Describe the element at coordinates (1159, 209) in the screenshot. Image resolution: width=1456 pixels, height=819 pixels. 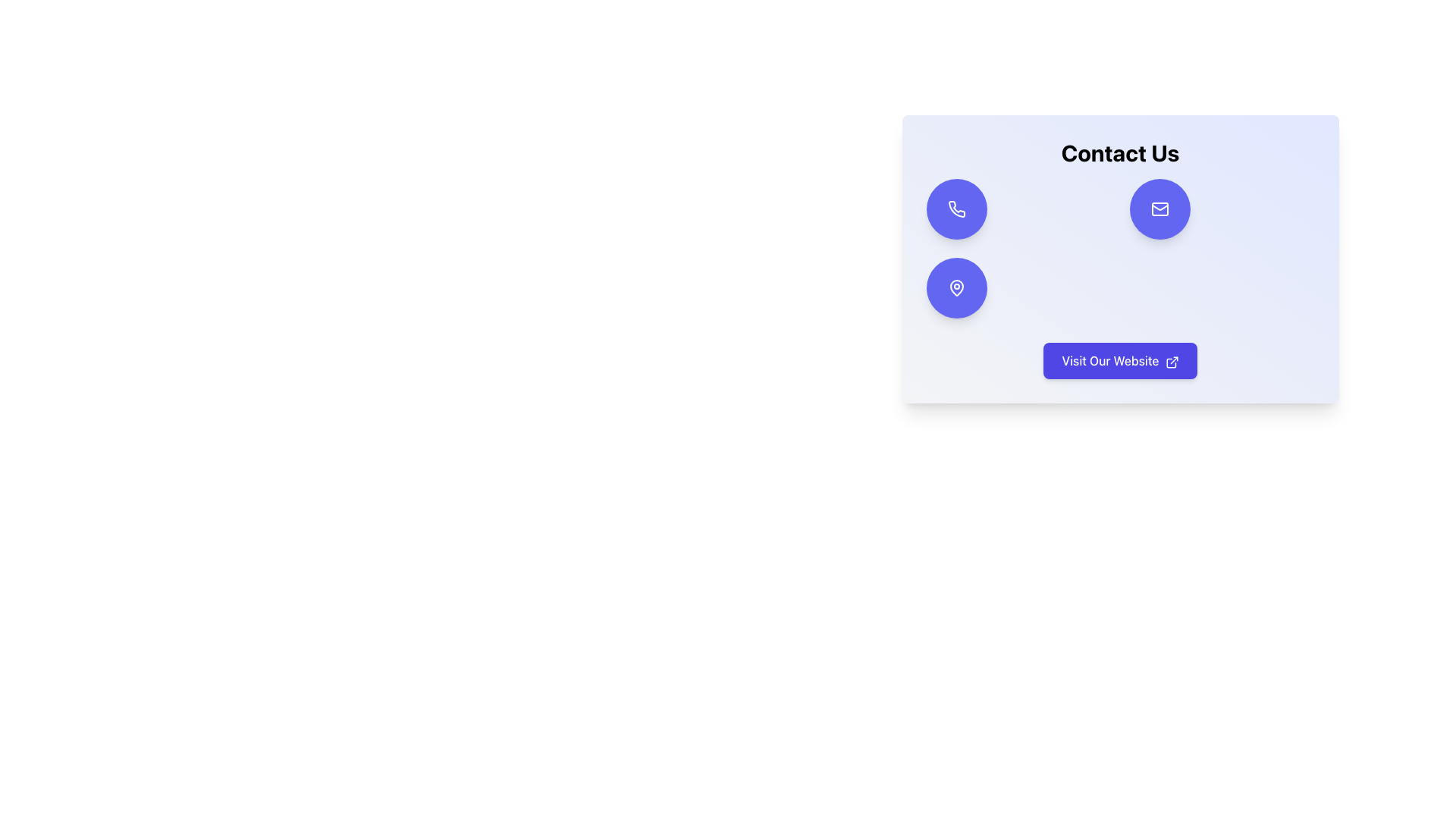
I see `the mail icon button located at the top-right position relative to the phone and location icons` at that location.